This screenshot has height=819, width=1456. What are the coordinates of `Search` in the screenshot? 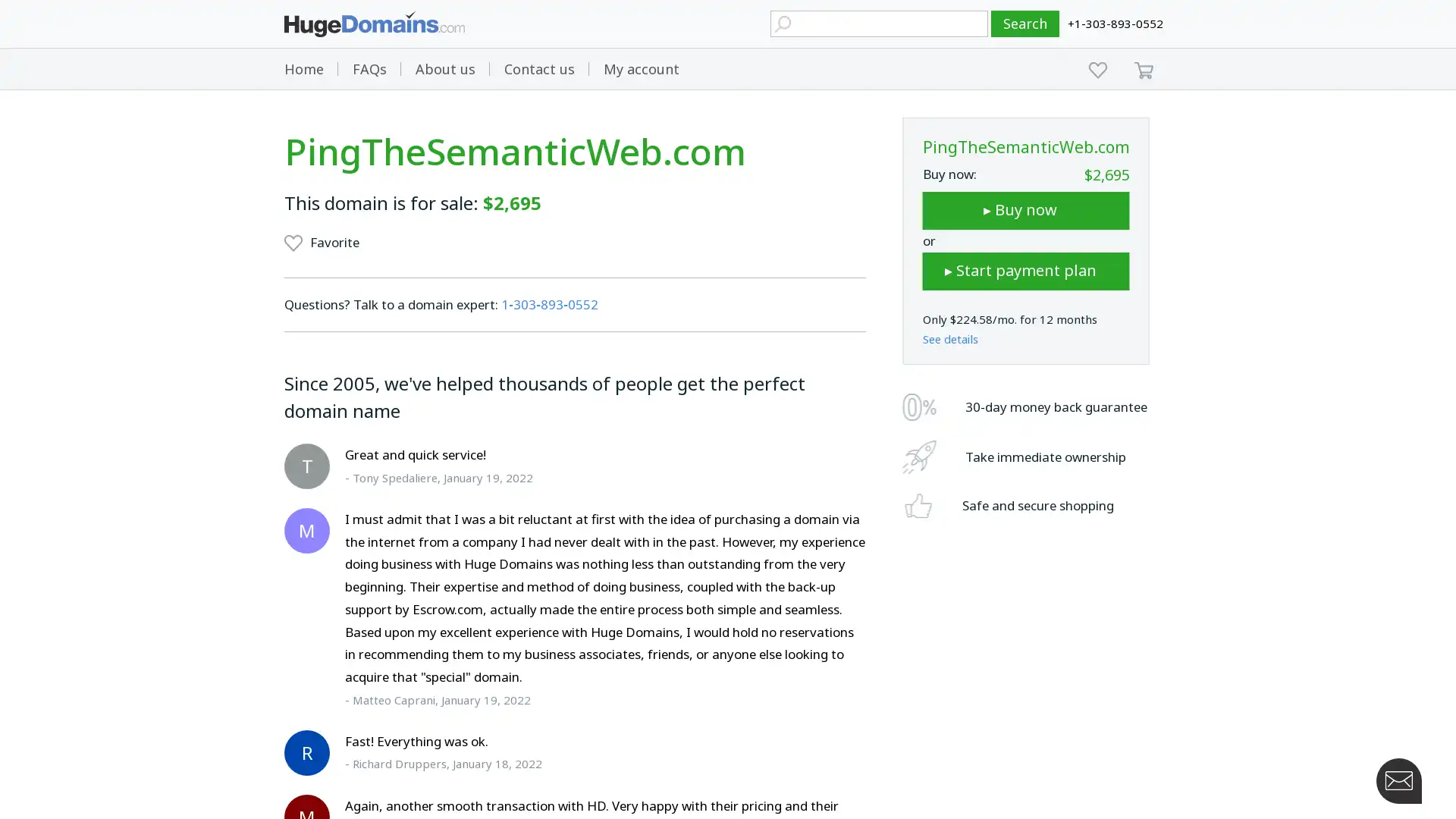 It's located at (1025, 24).